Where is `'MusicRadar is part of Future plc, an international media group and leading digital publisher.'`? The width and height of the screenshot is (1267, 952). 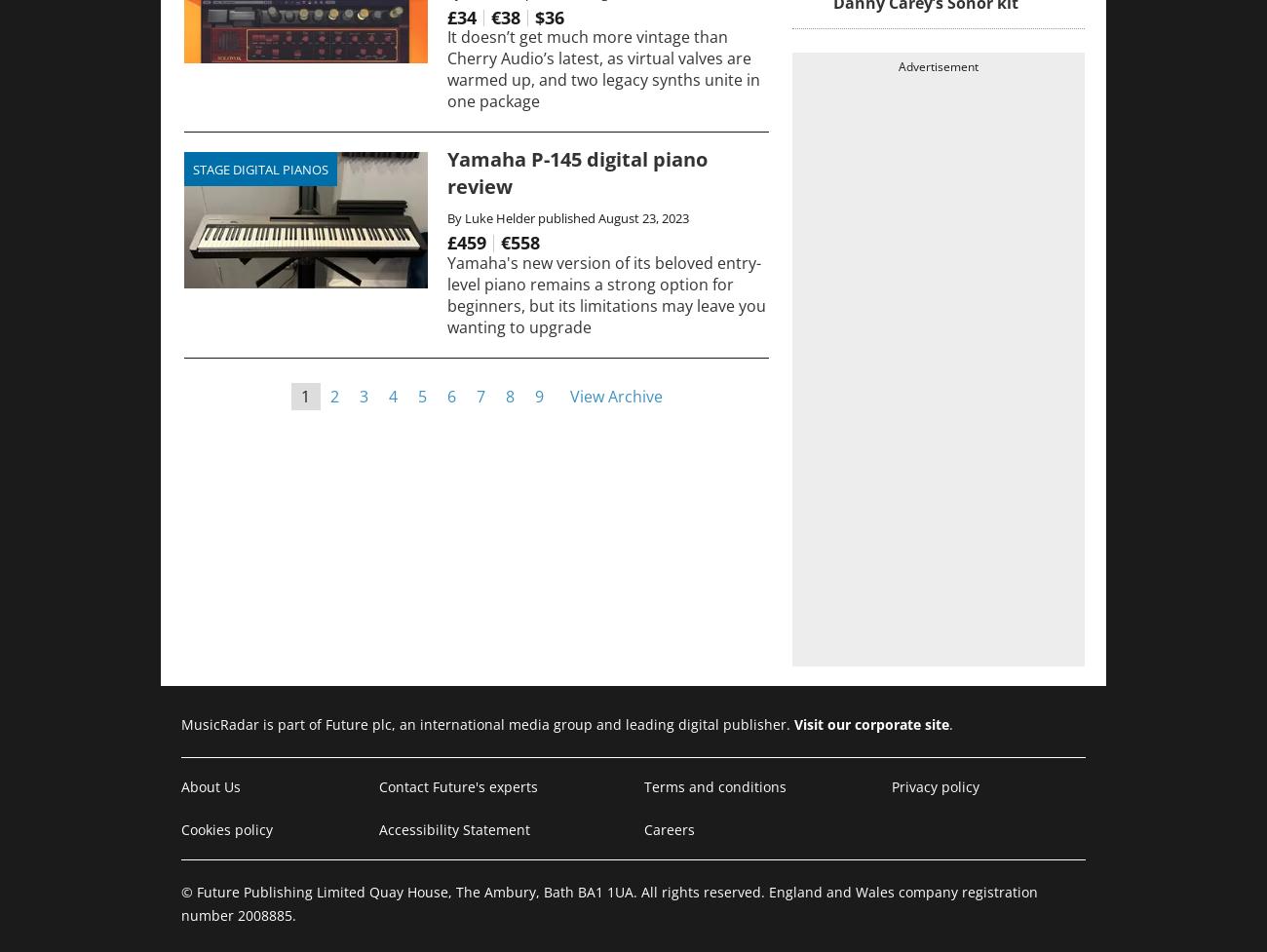 'MusicRadar is part of Future plc, an international media group and leading digital publisher.' is located at coordinates (487, 724).